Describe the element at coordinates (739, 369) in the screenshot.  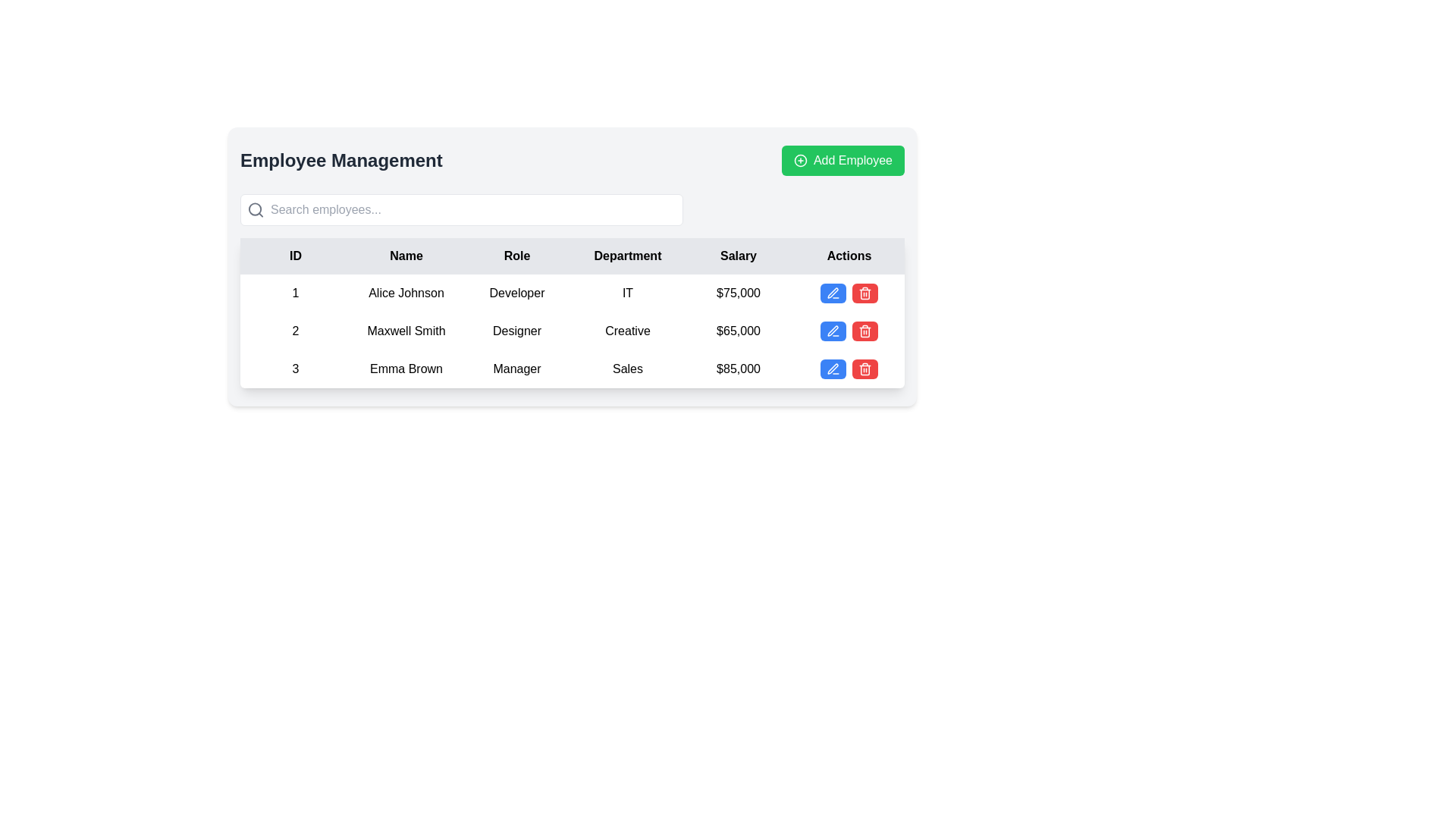
I see `the text displaying the salary '$85,000' for 'Emma Brown', which is located in the fifth column of the third row under the 'Salary' header in the table` at that location.